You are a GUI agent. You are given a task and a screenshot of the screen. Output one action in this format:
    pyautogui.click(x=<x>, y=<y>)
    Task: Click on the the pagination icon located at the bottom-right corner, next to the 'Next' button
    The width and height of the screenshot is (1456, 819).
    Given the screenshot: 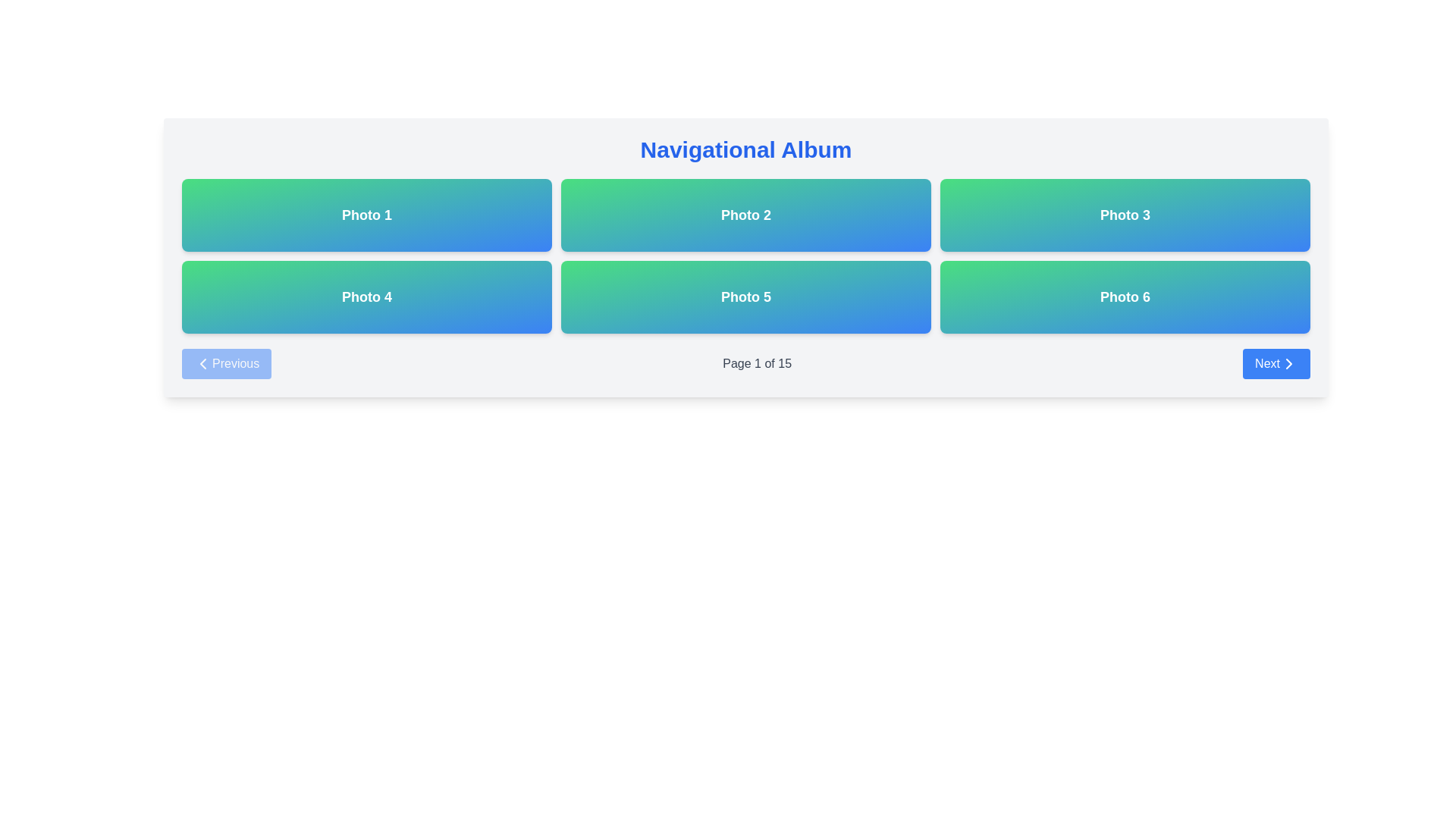 What is the action you would take?
    pyautogui.click(x=1288, y=363)
    